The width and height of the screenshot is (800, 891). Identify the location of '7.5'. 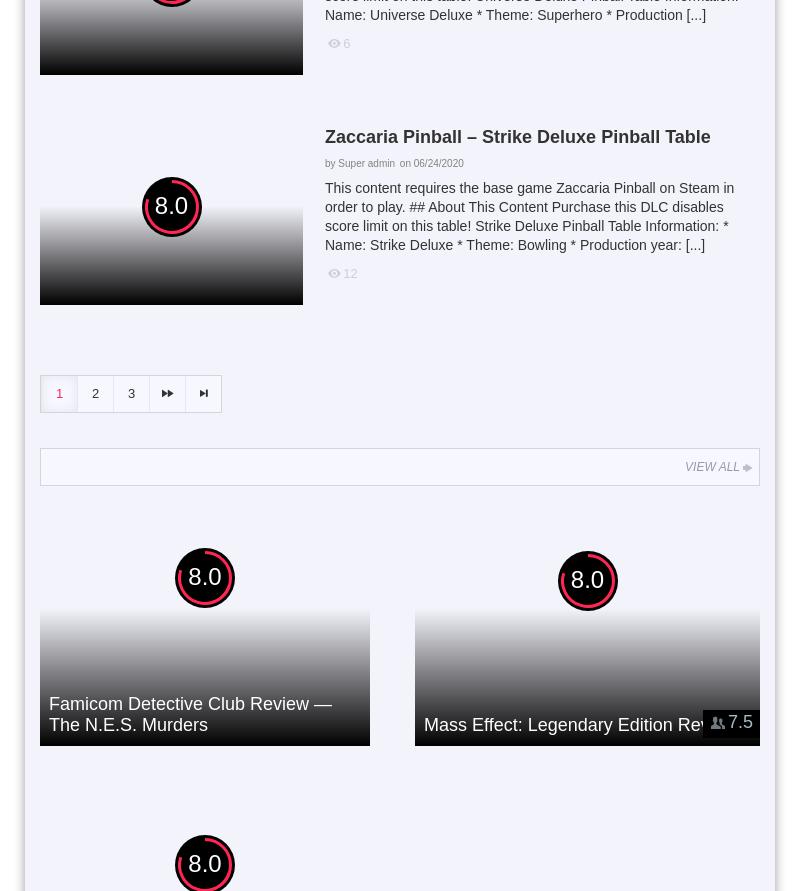
(740, 720).